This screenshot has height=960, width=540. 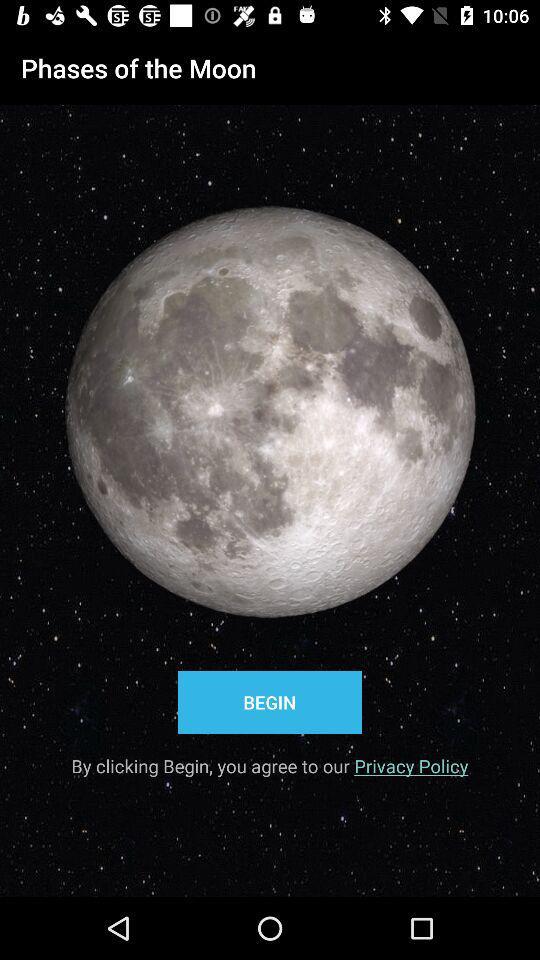 I want to click on the icon below begin icon, so click(x=269, y=758).